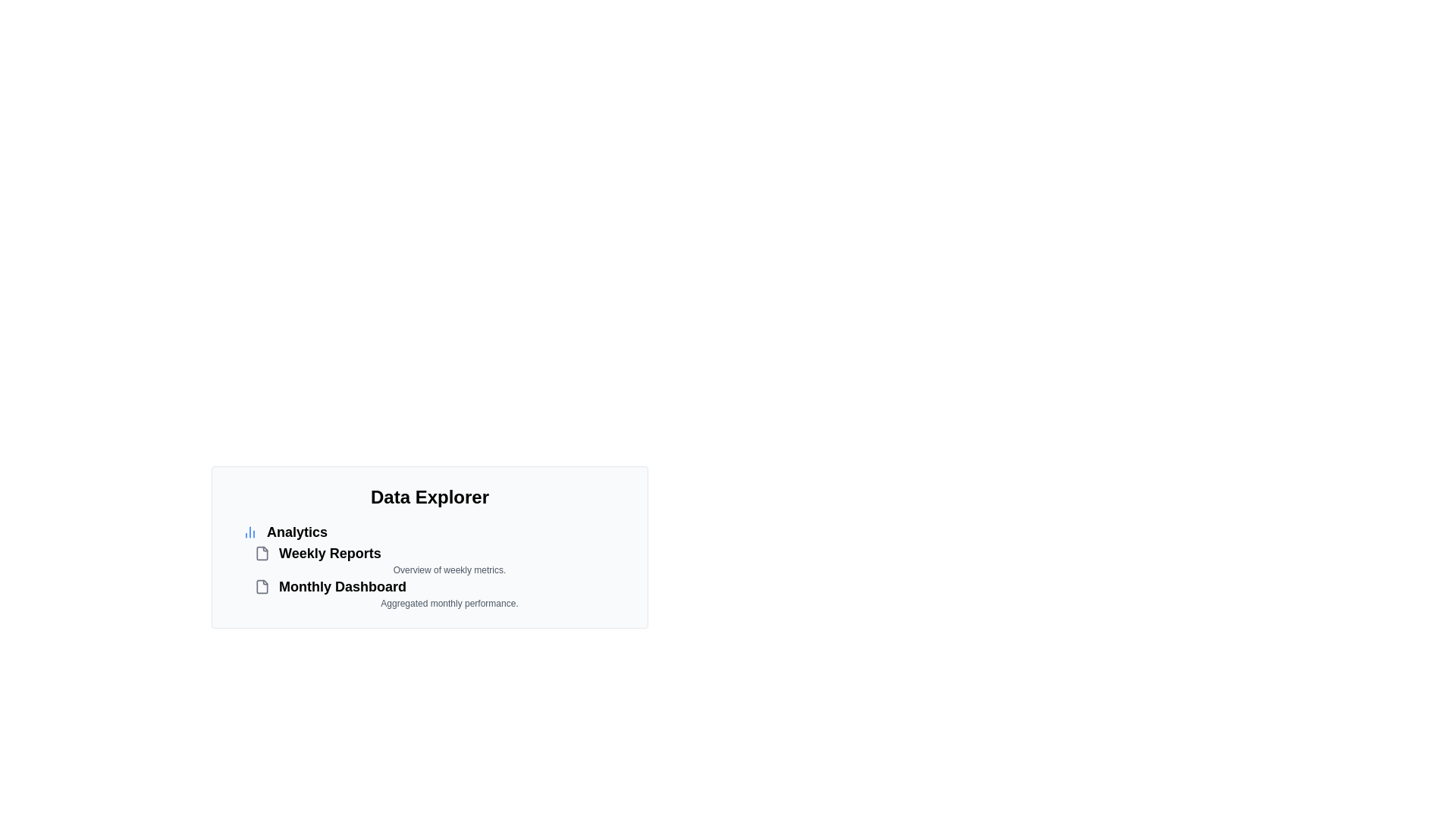 The image size is (1456, 819). I want to click on the 'Analytics' text label, which is located in the 'Data Explorer' section and is associated with the blue chart icon, so click(297, 532).